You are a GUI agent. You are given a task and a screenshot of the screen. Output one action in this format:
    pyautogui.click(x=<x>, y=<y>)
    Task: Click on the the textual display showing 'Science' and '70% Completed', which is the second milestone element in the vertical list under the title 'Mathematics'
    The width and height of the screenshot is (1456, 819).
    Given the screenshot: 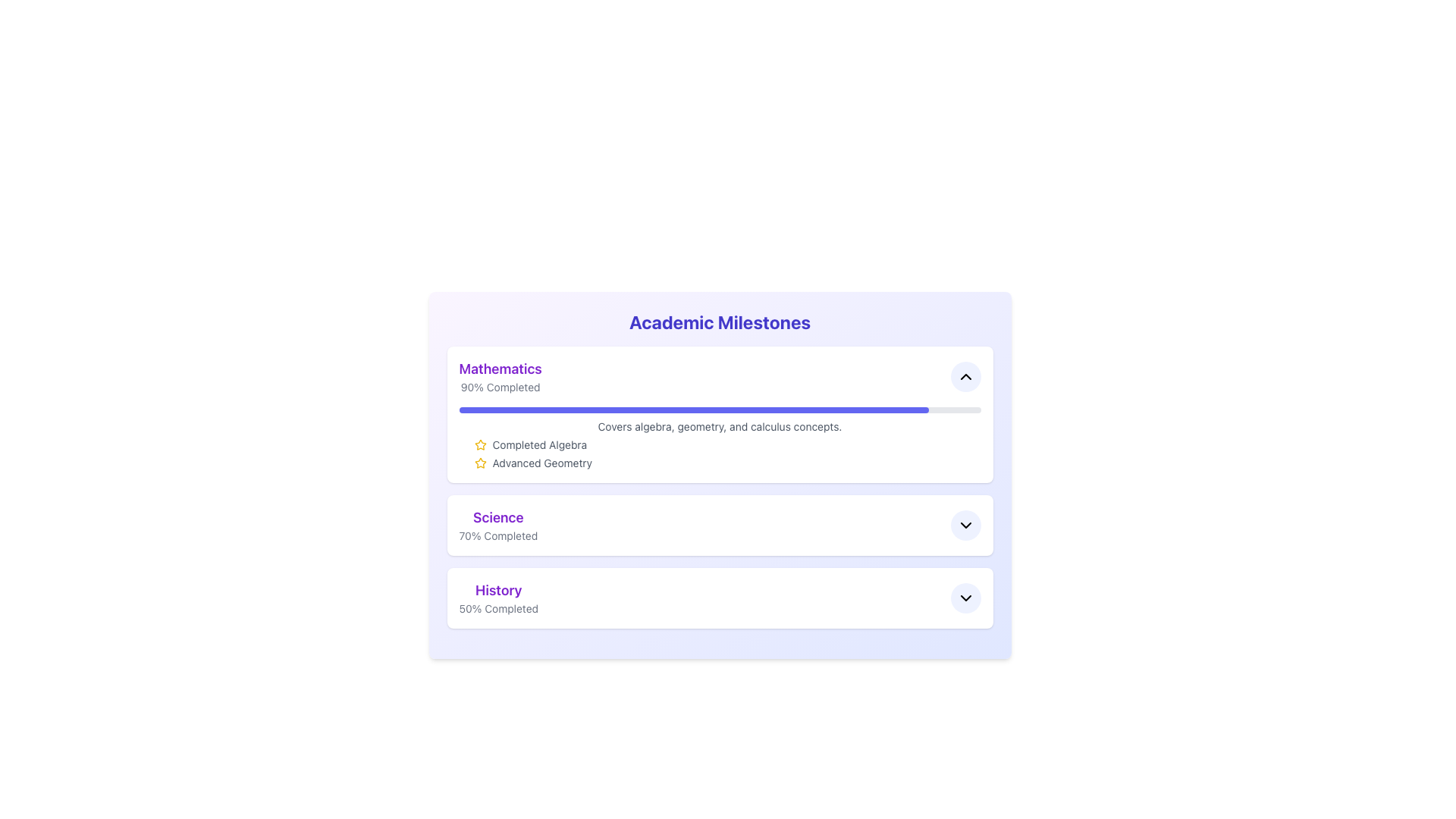 What is the action you would take?
    pyautogui.click(x=498, y=525)
    